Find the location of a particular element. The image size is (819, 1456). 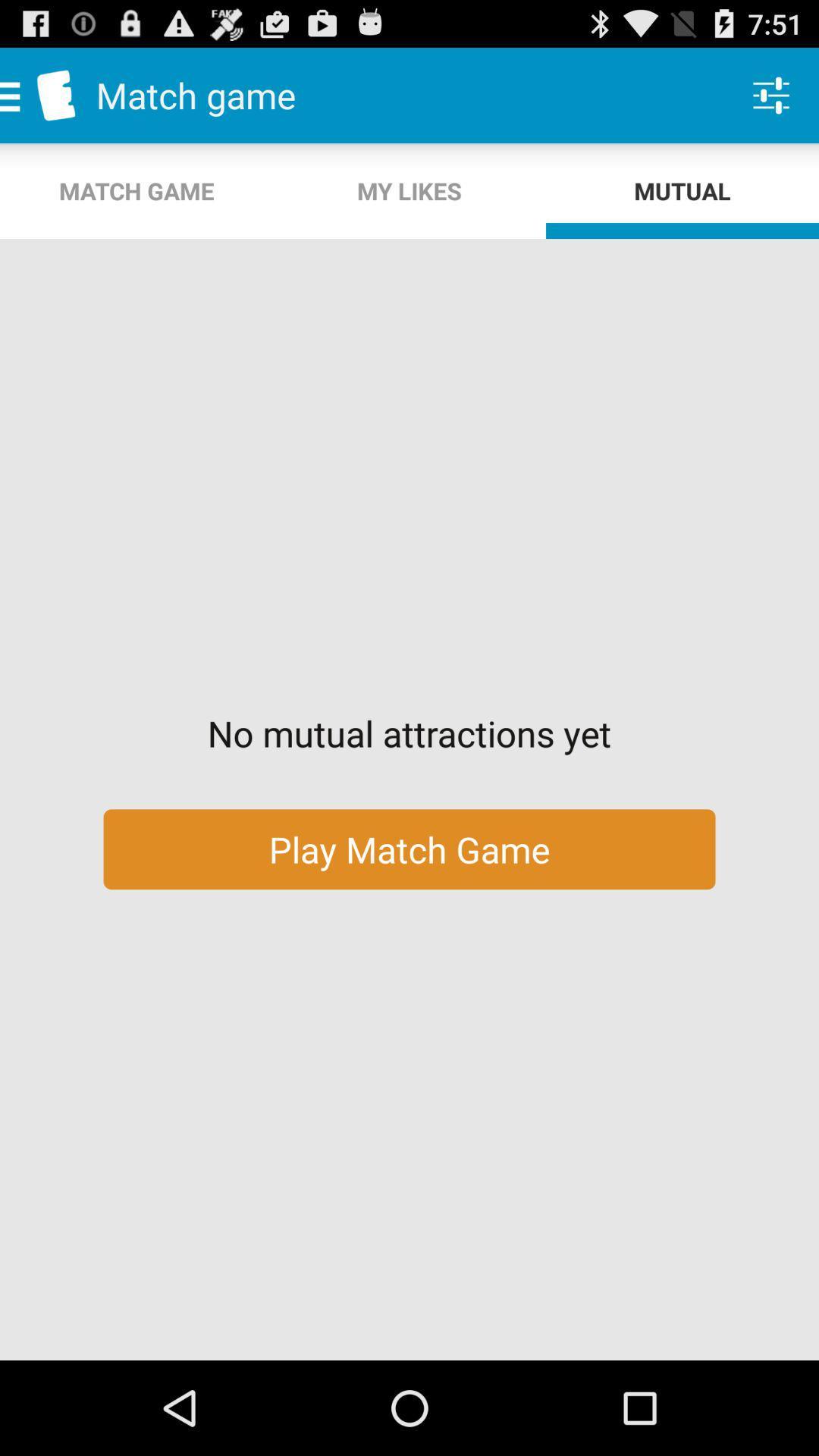

app above no mutual attractions is located at coordinates (409, 190).